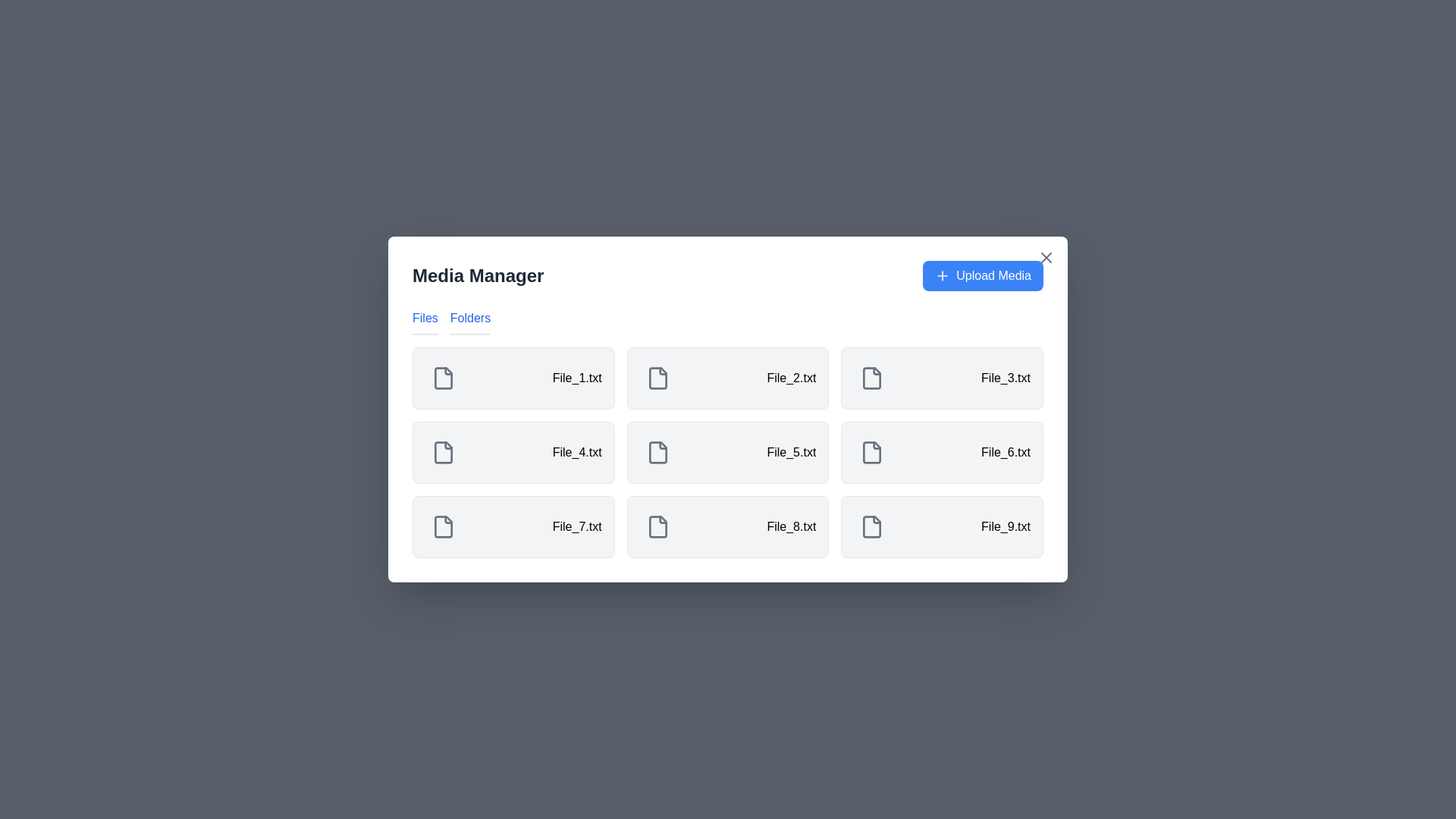 This screenshot has height=819, width=1456. What do you see at coordinates (657, 377) in the screenshot?
I see `the icon representing the file 'File_2.txt', located in the top-right block of the first row in the grid layout` at bounding box center [657, 377].